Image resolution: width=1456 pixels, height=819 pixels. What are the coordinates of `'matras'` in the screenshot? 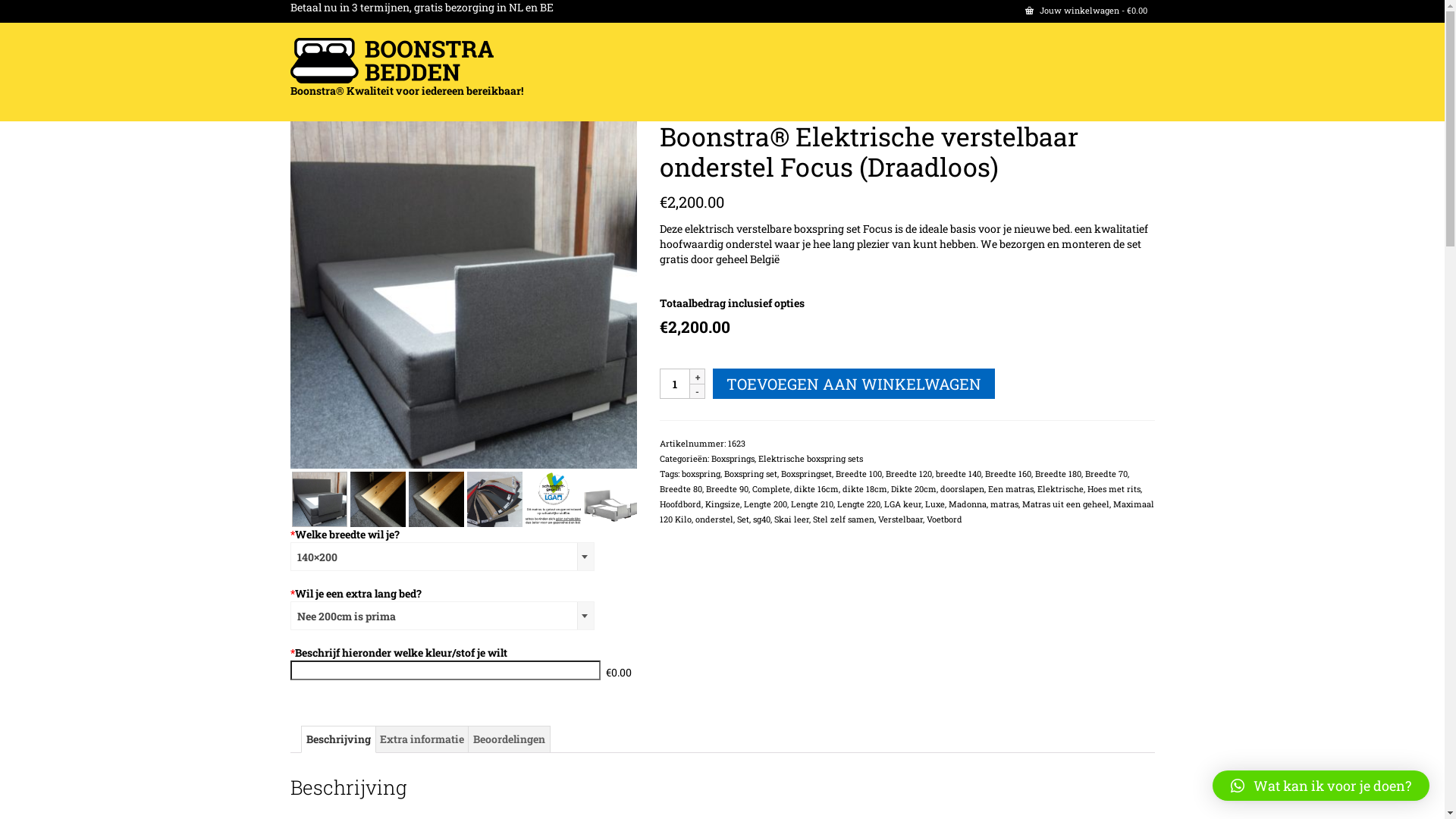 It's located at (990, 504).